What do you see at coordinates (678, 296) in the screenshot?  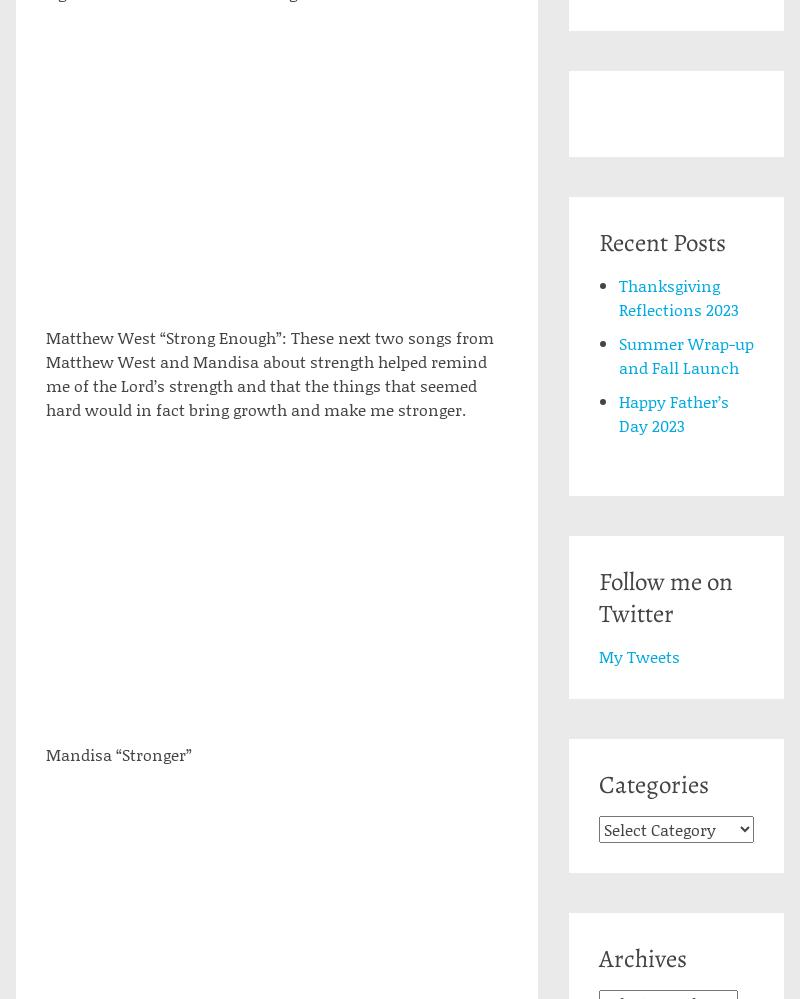 I see `'Thanksgiving Reflections 2023'` at bounding box center [678, 296].